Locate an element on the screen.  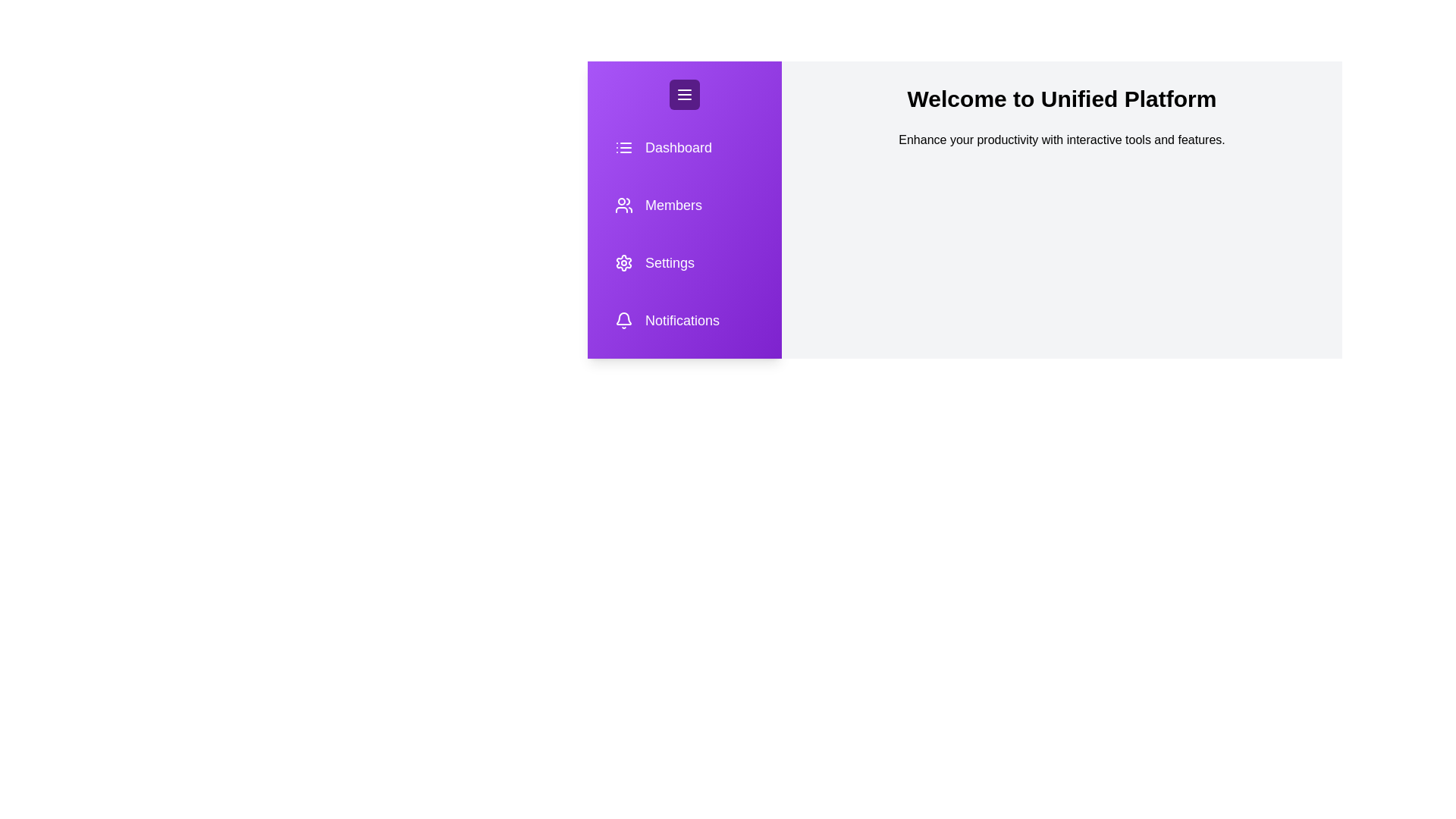
the sidebar item labeled Settings is located at coordinates (669, 262).